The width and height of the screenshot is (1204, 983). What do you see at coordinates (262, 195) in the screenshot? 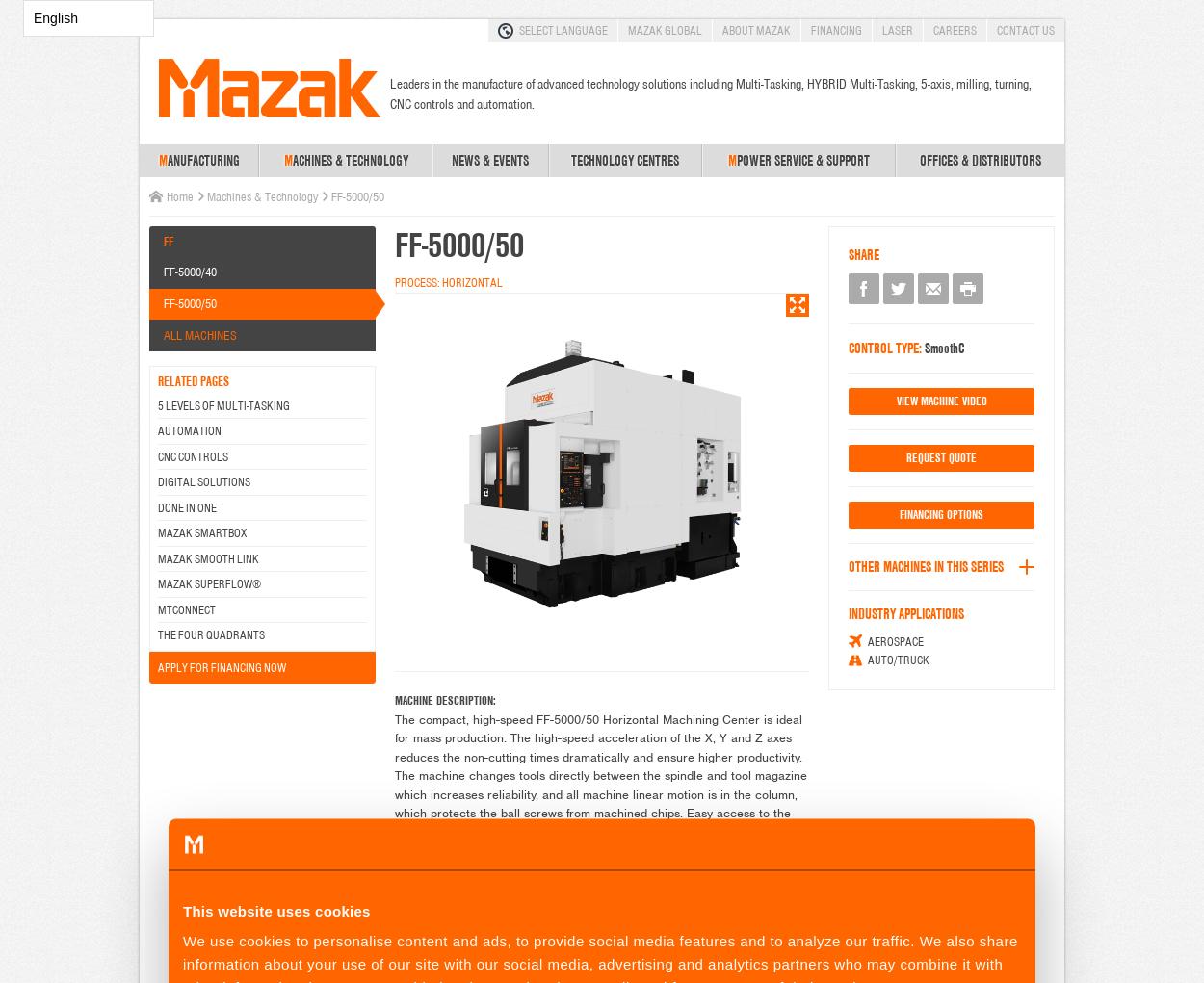
I see `'Machines & Technology'` at bounding box center [262, 195].